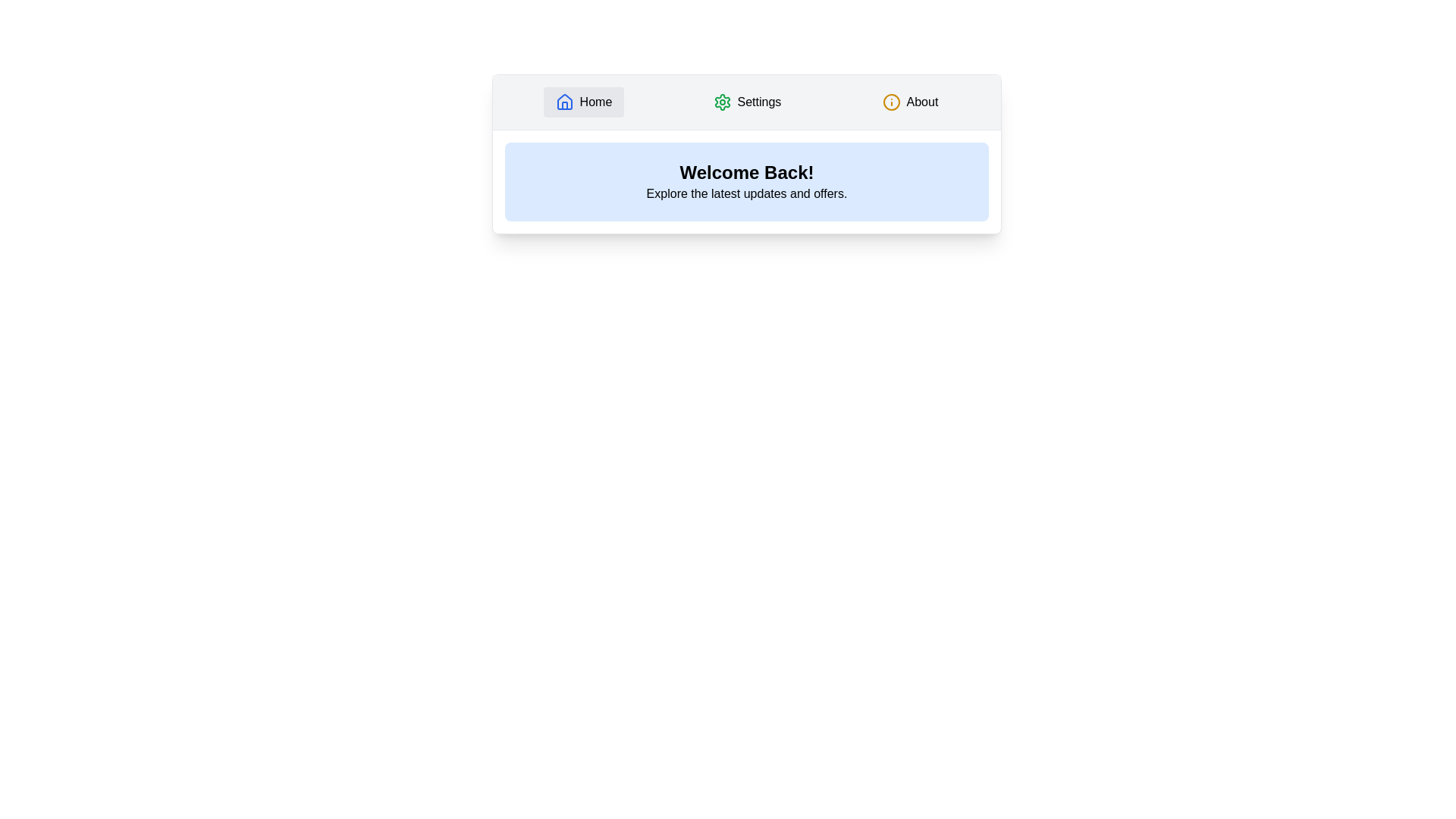 This screenshot has height=819, width=1456. Describe the element at coordinates (910, 102) in the screenshot. I see `the About tab to view its content` at that location.